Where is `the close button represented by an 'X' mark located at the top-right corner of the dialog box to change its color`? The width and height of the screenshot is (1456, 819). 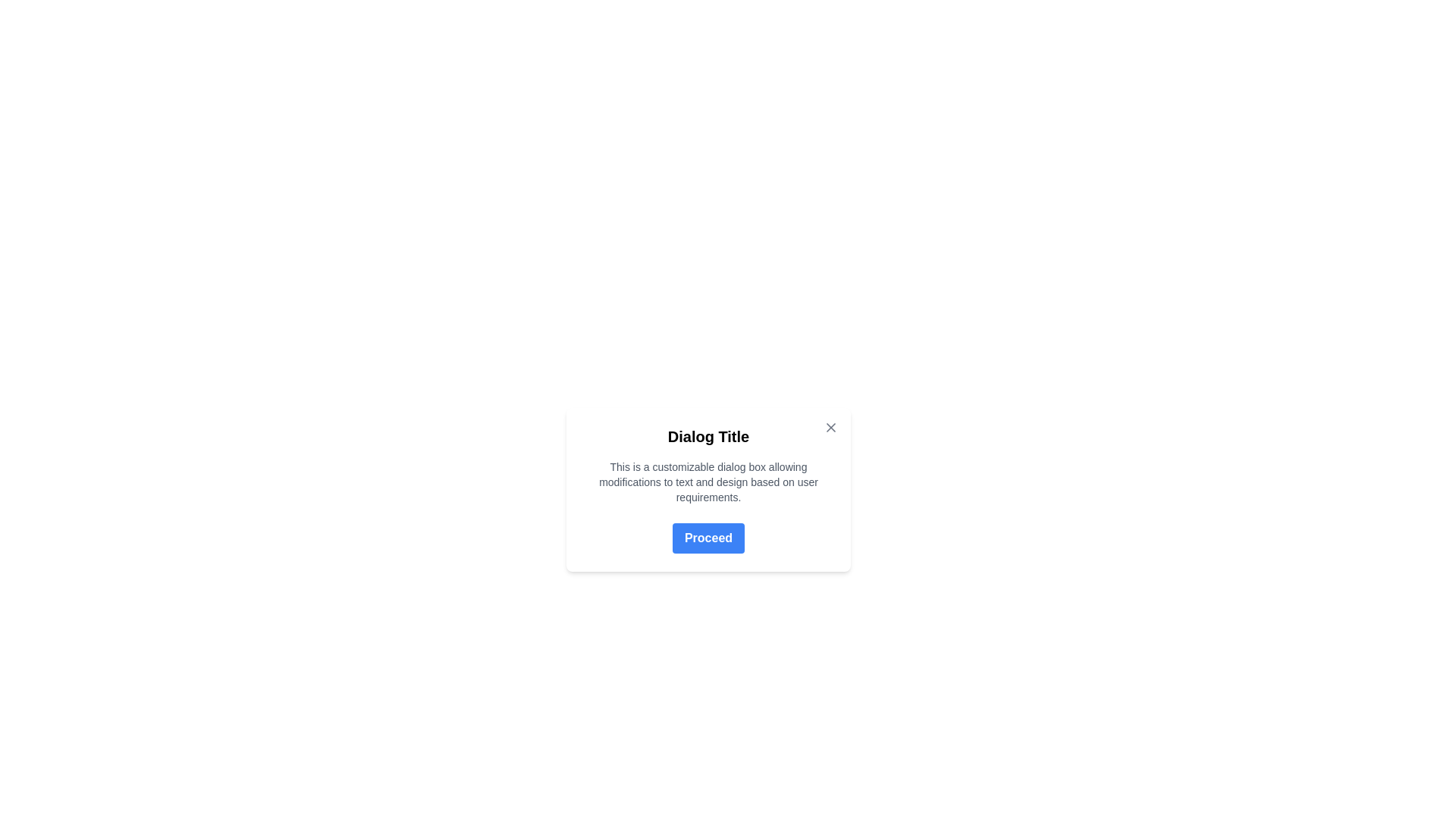
the close button represented by an 'X' mark located at the top-right corner of the dialog box to change its color is located at coordinates (830, 427).